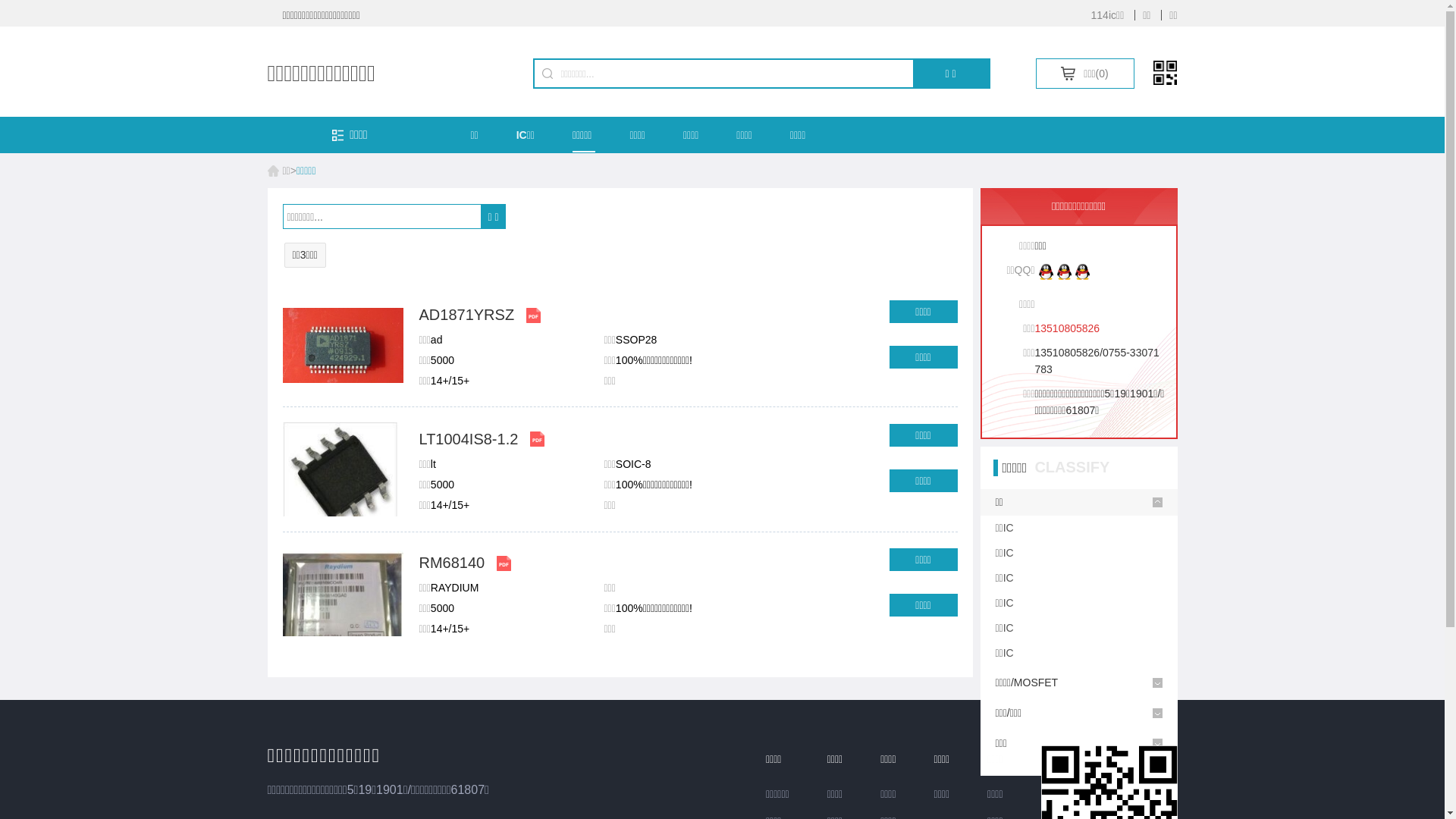 This screenshot has height=819, width=1456. I want to click on 'LT1004IS8-1.2', so click(467, 438).